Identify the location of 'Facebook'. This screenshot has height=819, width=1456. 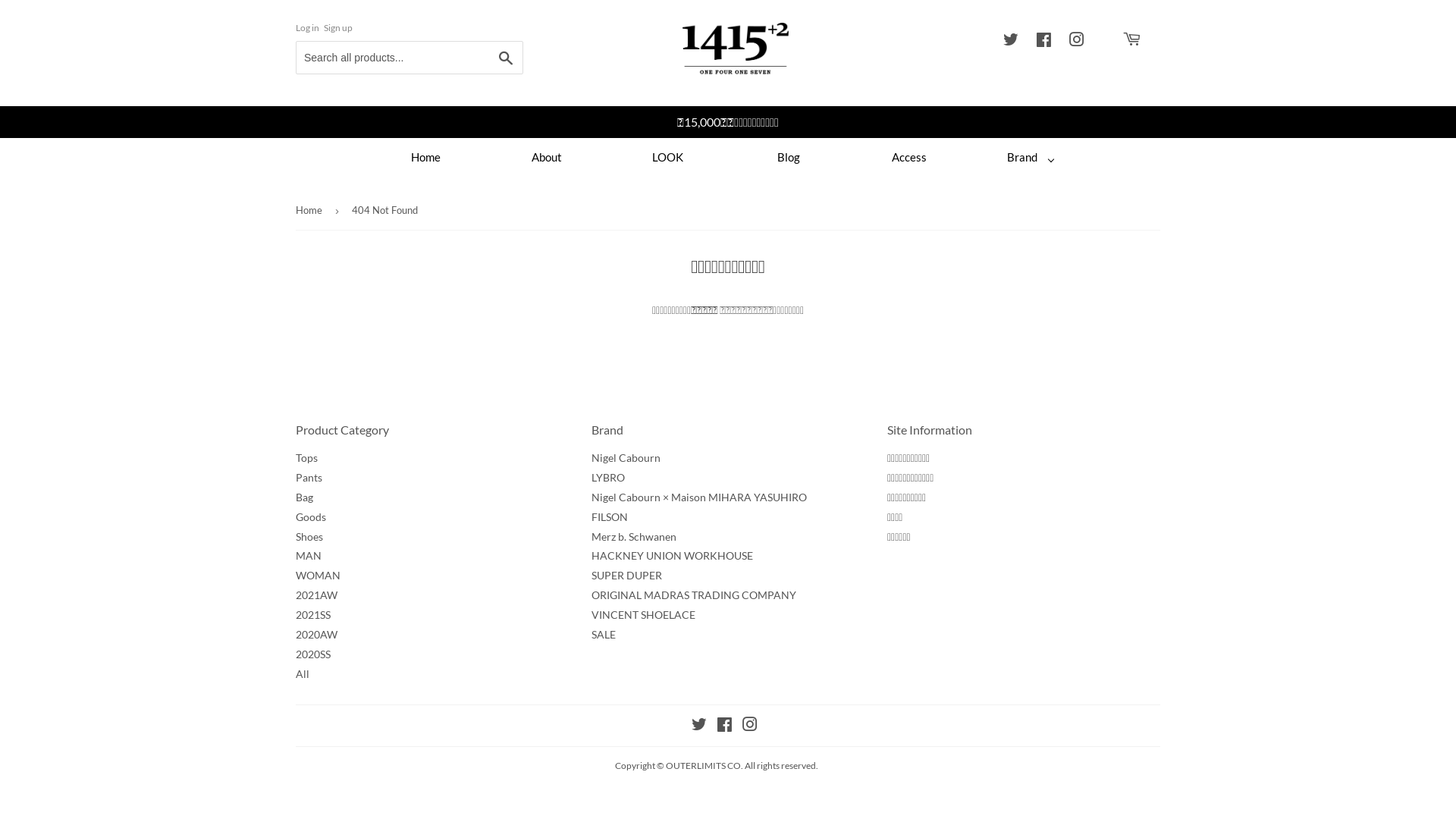
(723, 725).